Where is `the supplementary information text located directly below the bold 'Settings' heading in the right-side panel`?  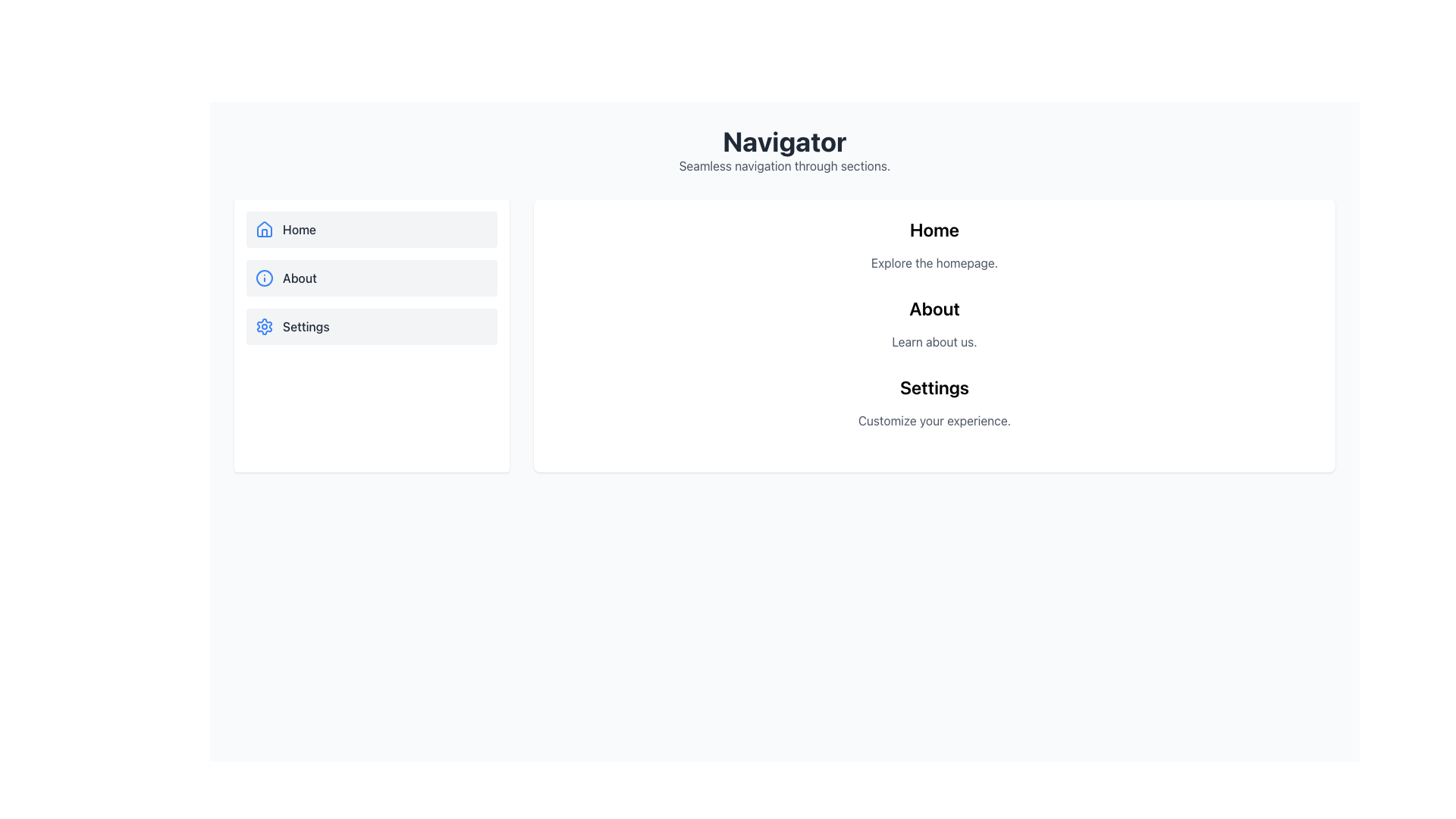 the supplementary information text located directly below the bold 'Settings' heading in the right-side panel is located at coordinates (934, 421).